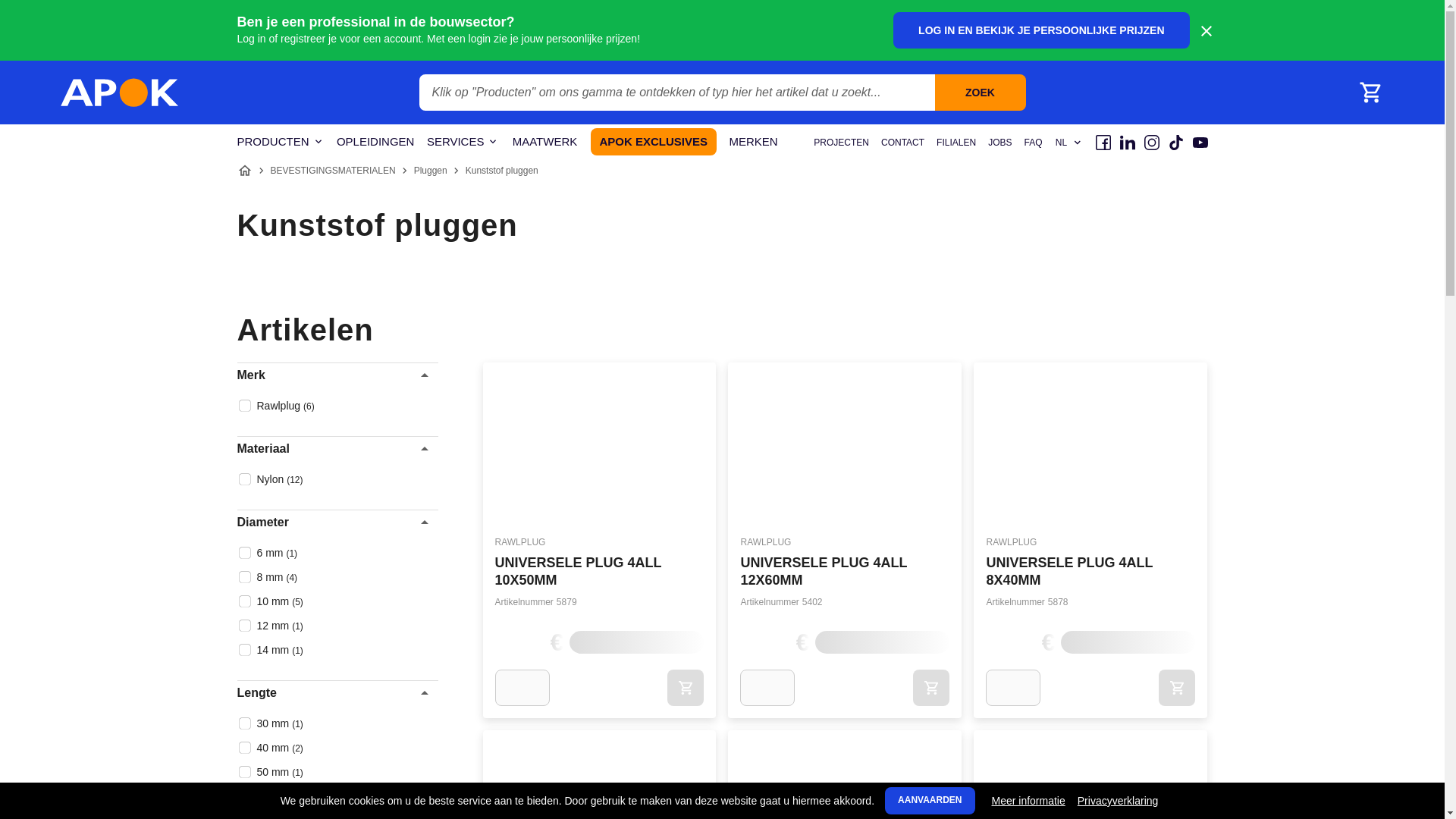 The width and height of the screenshot is (1456, 819). What do you see at coordinates (425, 142) in the screenshot?
I see `'SERVICES'` at bounding box center [425, 142].